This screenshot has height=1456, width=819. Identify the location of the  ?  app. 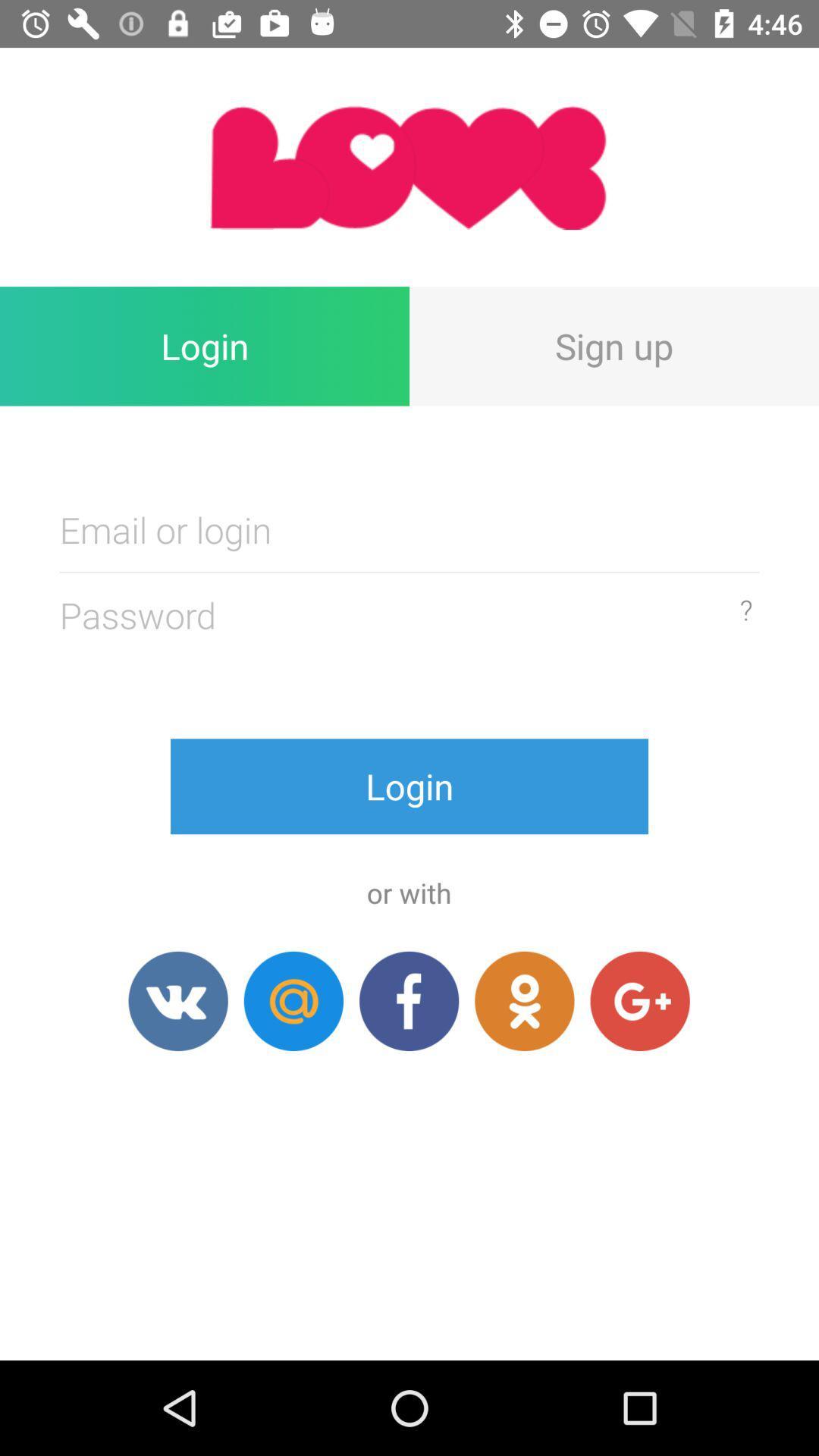
(745, 610).